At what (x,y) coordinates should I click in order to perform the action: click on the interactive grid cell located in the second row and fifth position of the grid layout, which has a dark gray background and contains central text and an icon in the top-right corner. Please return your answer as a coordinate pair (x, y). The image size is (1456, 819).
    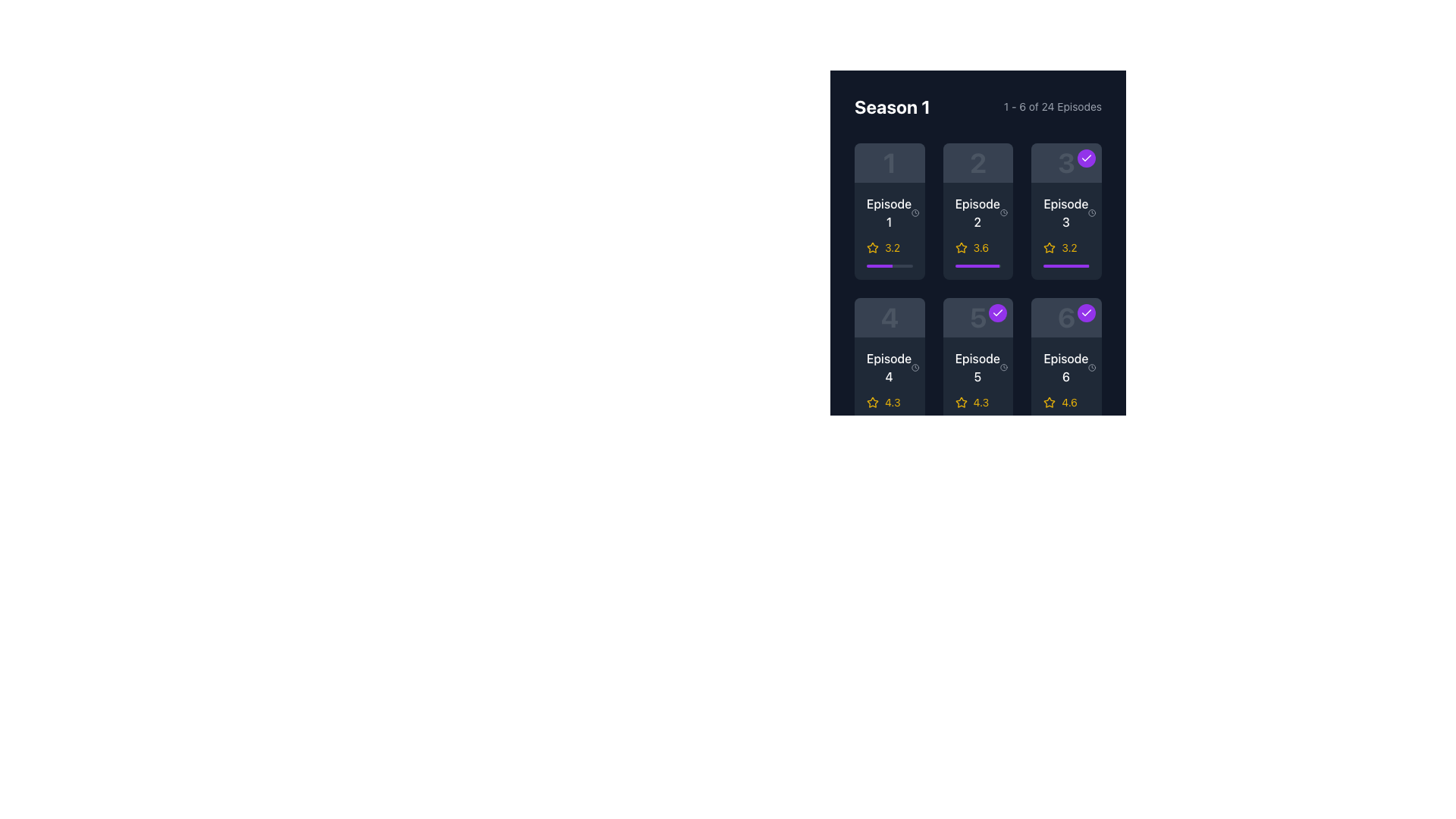
    Looking at the image, I should click on (978, 289).